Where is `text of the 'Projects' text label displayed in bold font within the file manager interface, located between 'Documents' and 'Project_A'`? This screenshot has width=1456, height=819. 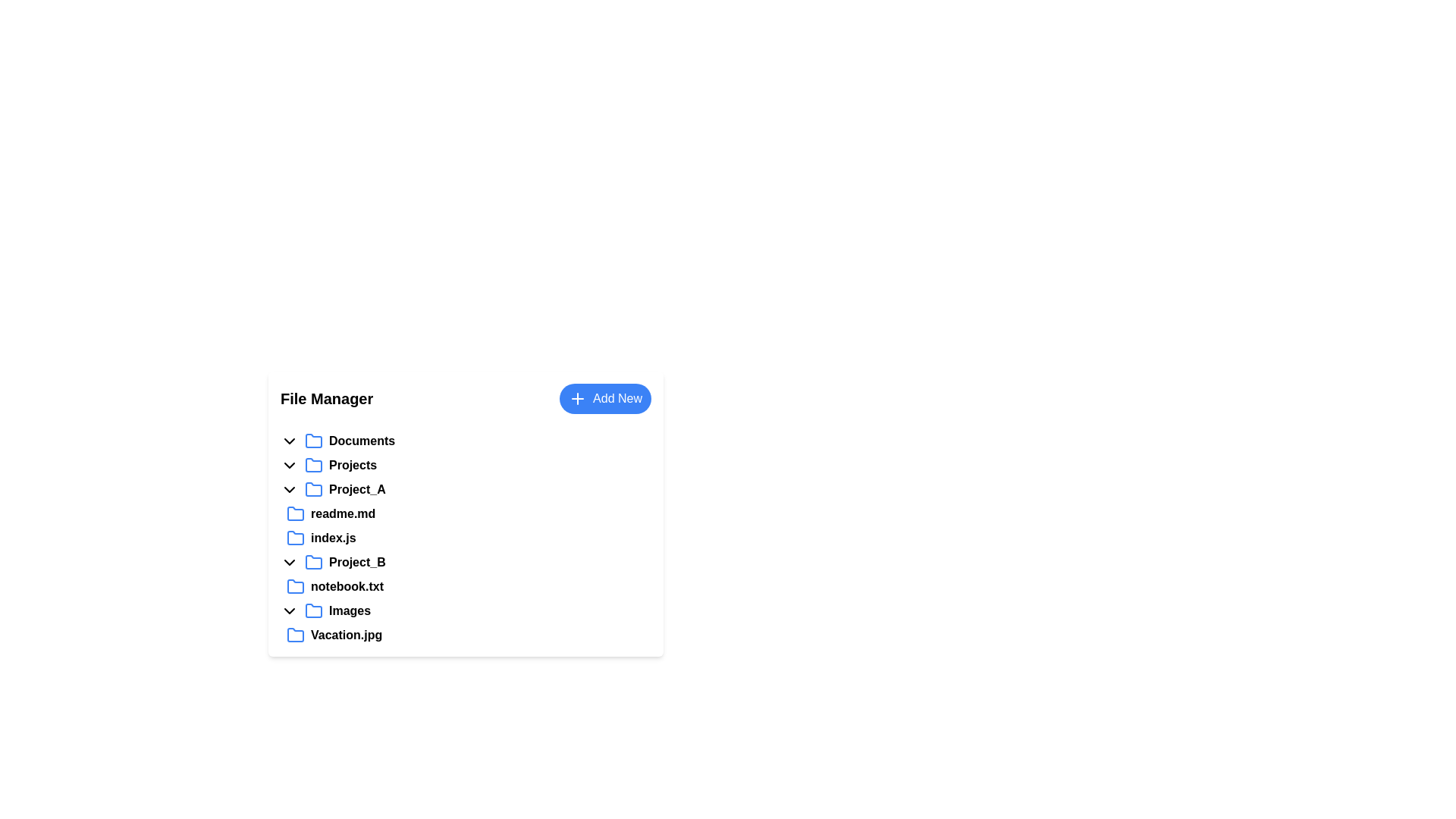
text of the 'Projects' text label displayed in bold font within the file manager interface, located between 'Documents' and 'Project_A' is located at coordinates (352, 464).